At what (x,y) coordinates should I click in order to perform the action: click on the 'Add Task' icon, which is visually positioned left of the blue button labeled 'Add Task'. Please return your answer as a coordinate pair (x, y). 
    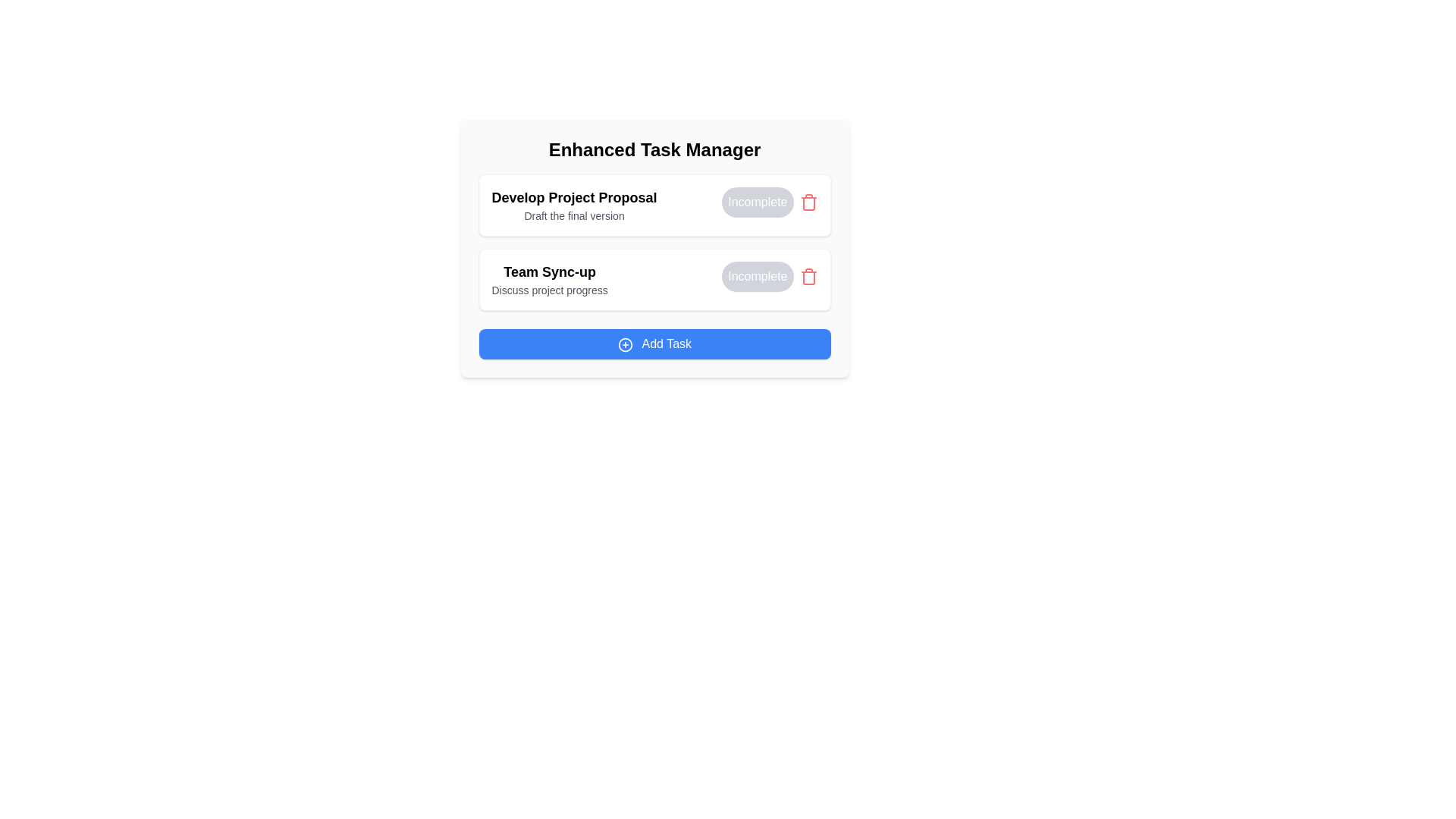
    Looking at the image, I should click on (626, 344).